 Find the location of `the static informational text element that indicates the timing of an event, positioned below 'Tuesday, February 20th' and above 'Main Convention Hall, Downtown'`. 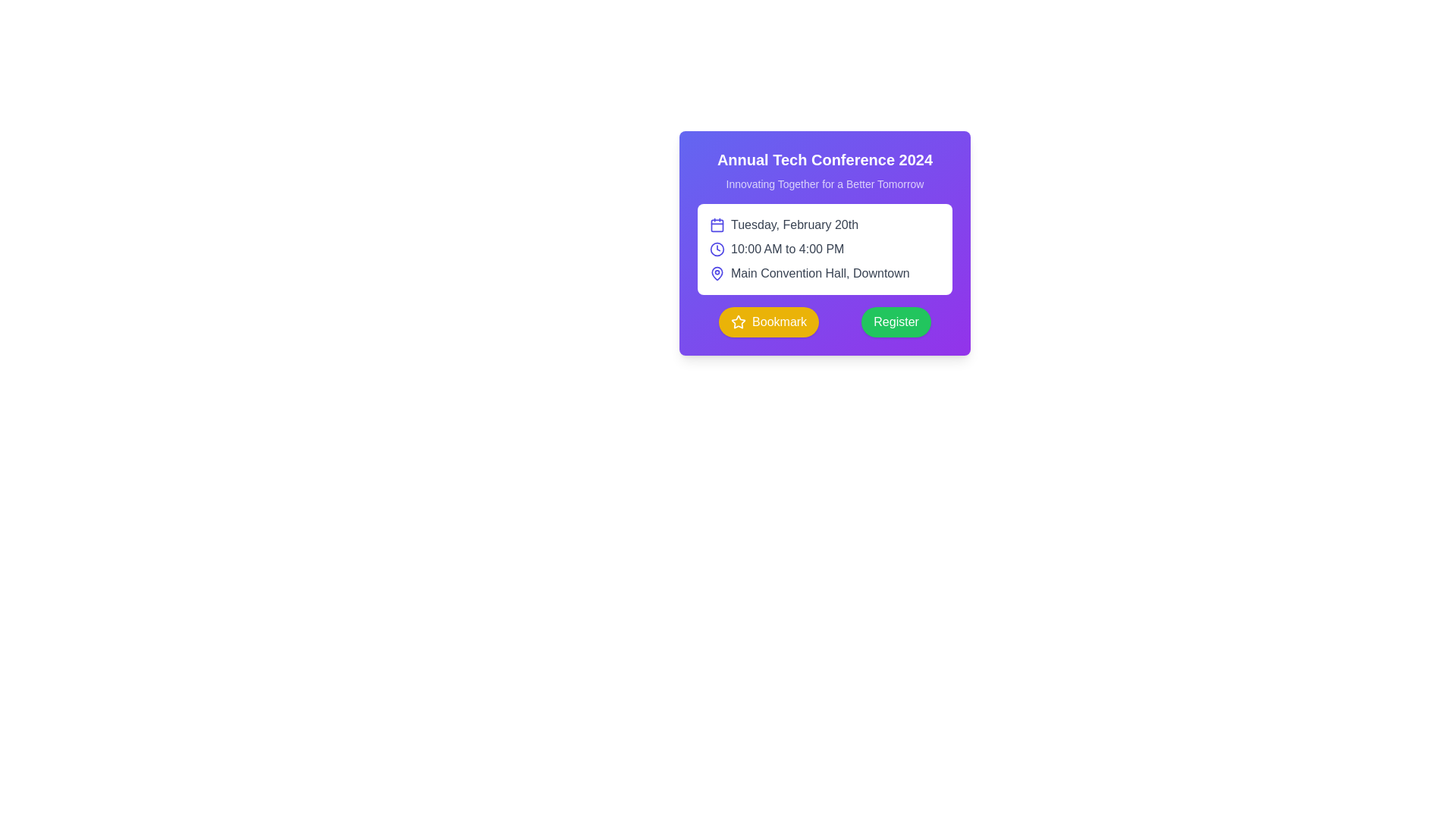

the static informational text element that indicates the timing of an event, positioned below 'Tuesday, February 20th' and above 'Main Convention Hall, Downtown' is located at coordinates (824, 248).